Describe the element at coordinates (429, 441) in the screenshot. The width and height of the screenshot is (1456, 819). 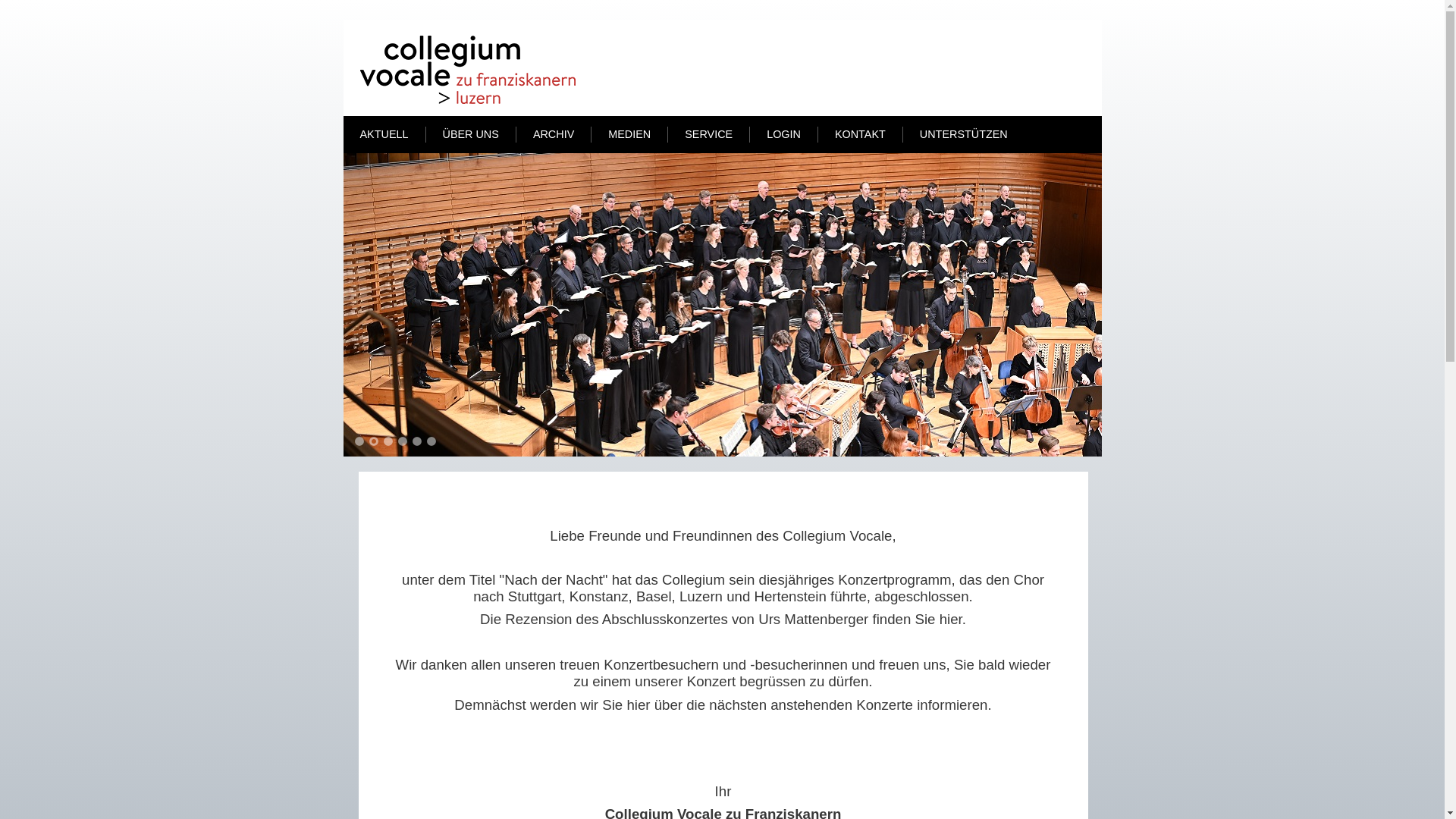
I see `'6'` at that location.